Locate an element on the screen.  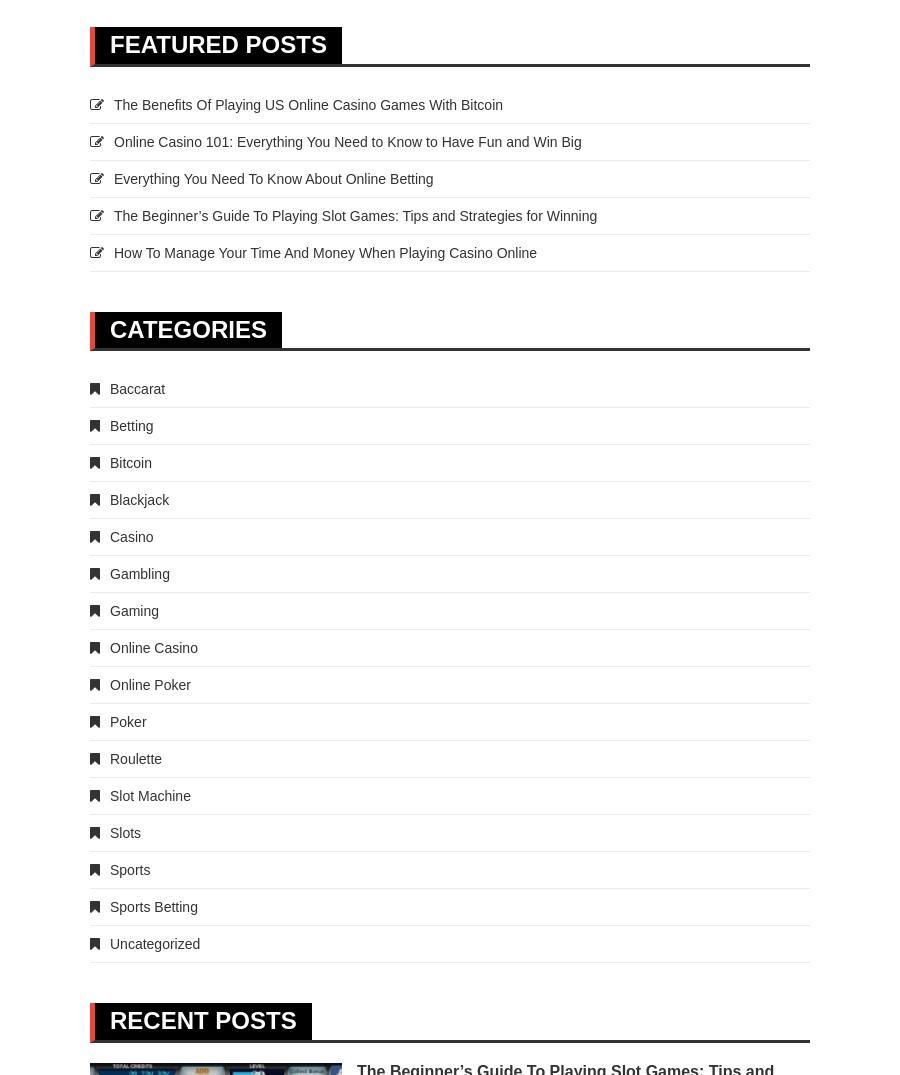
'Roulette' is located at coordinates (135, 757).